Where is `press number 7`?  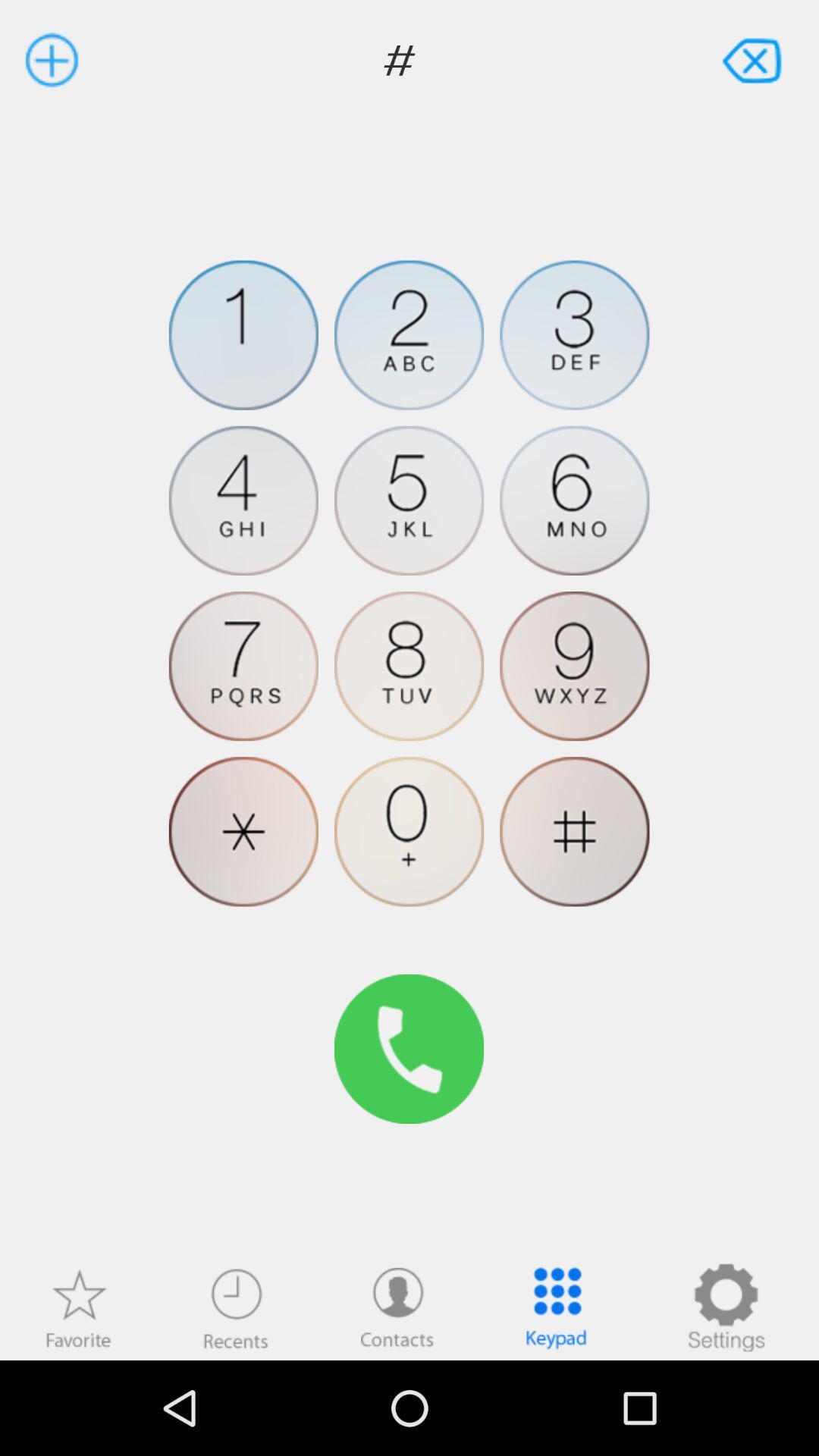 press number 7 is located at coordinates (243, 666).